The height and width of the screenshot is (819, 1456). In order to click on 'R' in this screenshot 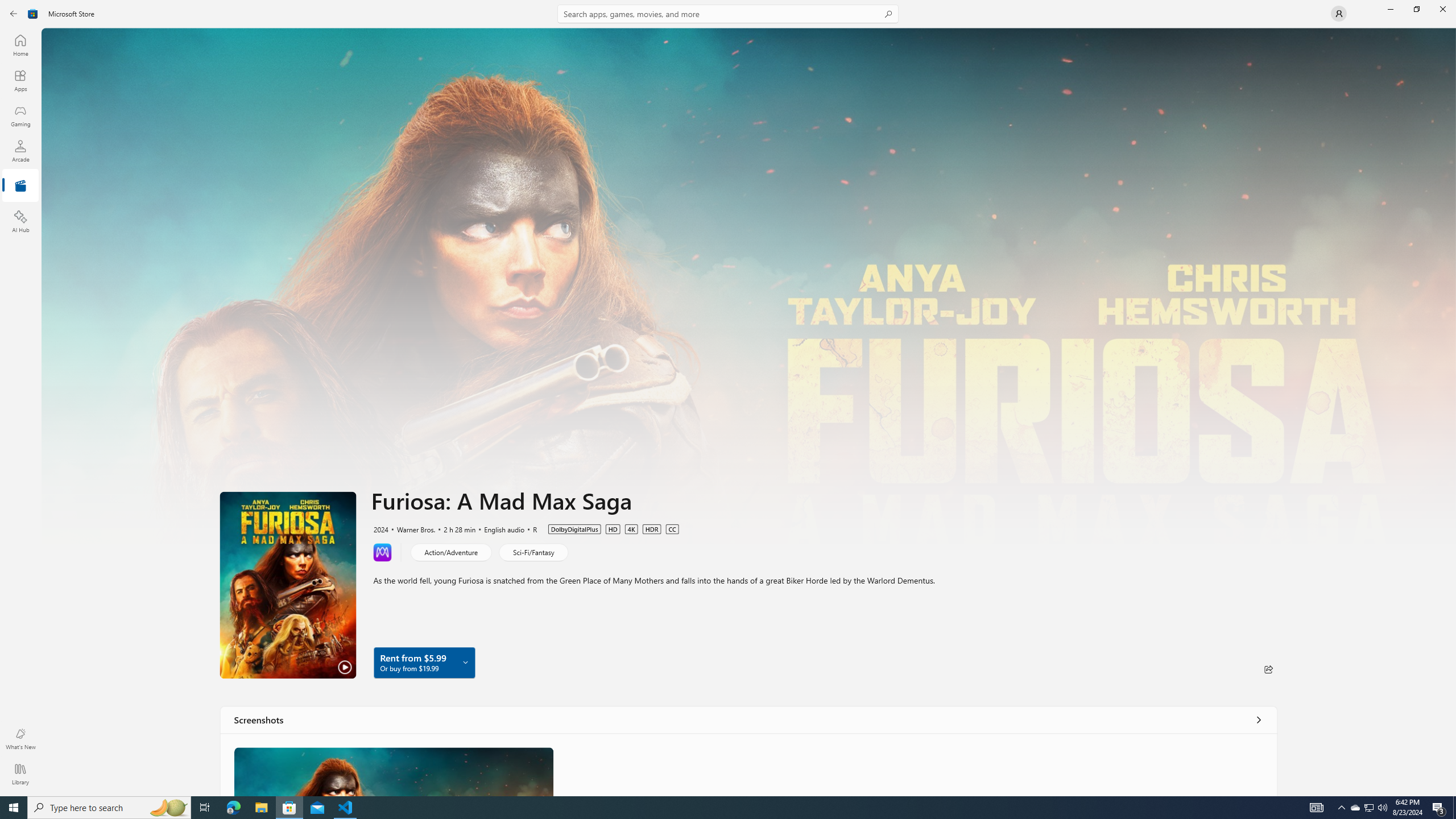, I will do `click(529, 528)`.